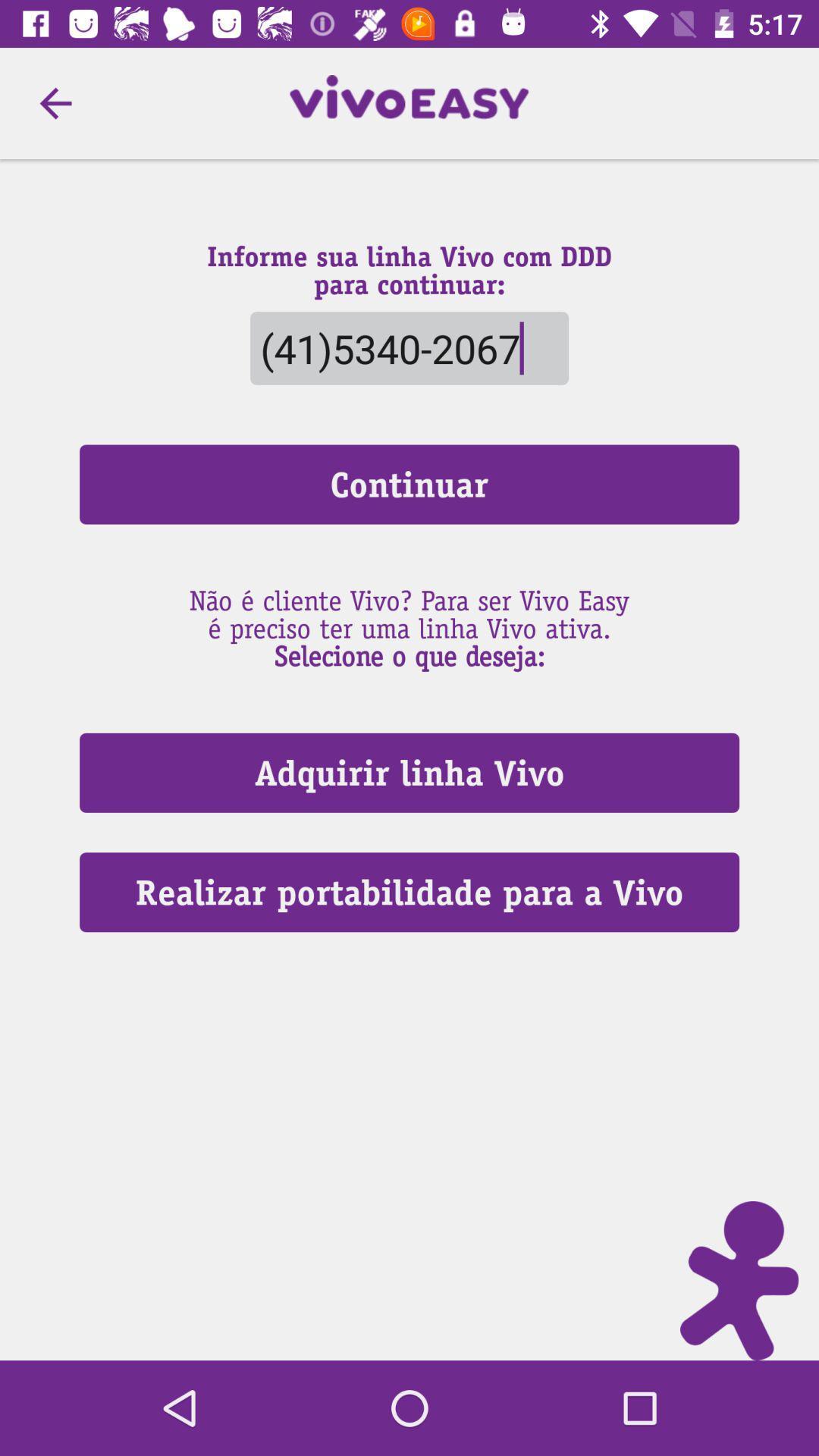  I want to click on the (41)5340-2067 item, so click(409, 347).